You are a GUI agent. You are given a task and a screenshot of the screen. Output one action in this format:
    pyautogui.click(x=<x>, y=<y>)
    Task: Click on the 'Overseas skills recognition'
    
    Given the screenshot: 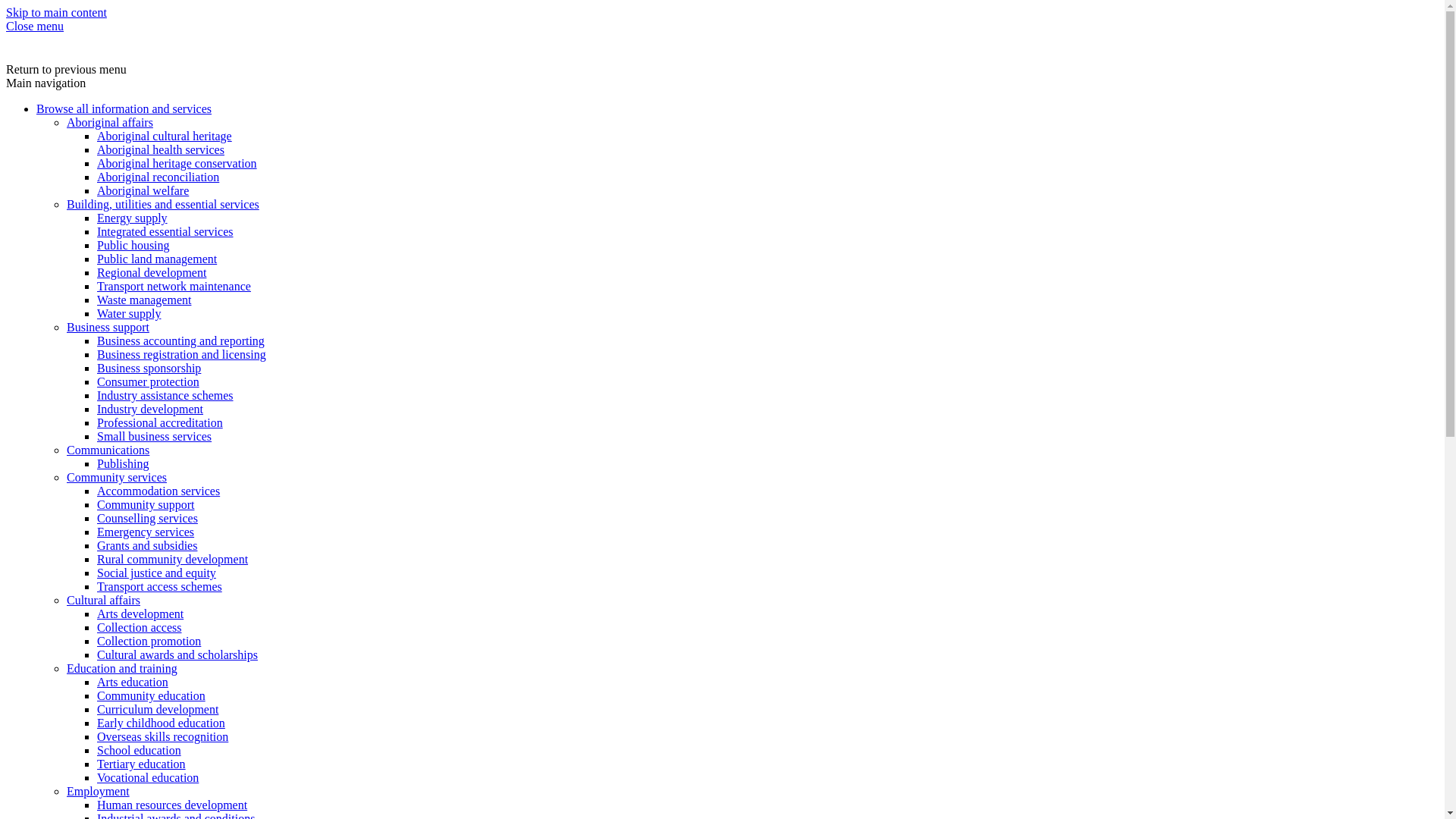 What is the action you would take?
    pyautogui.click(x=162, y=736)
    